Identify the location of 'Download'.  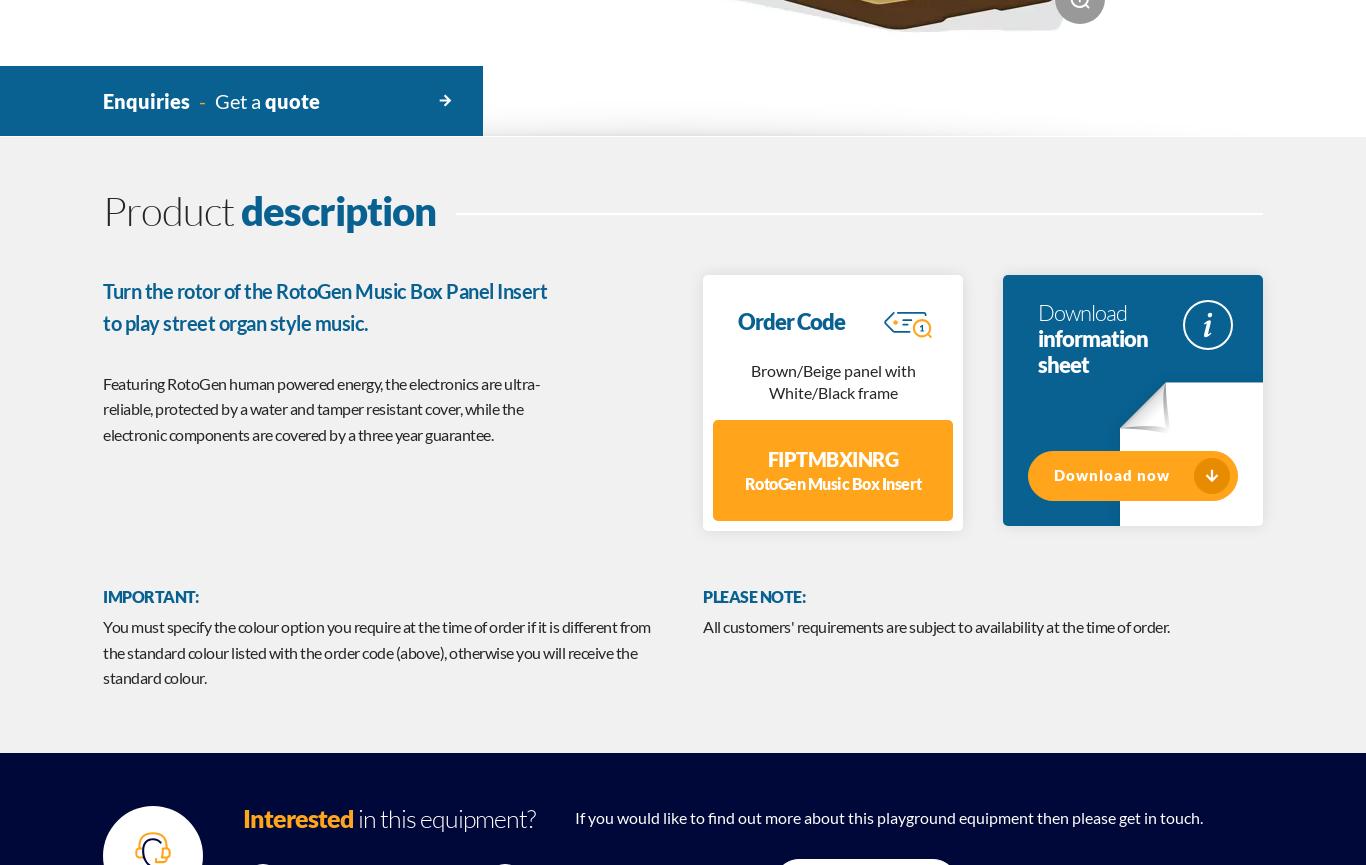
(1081, 311).